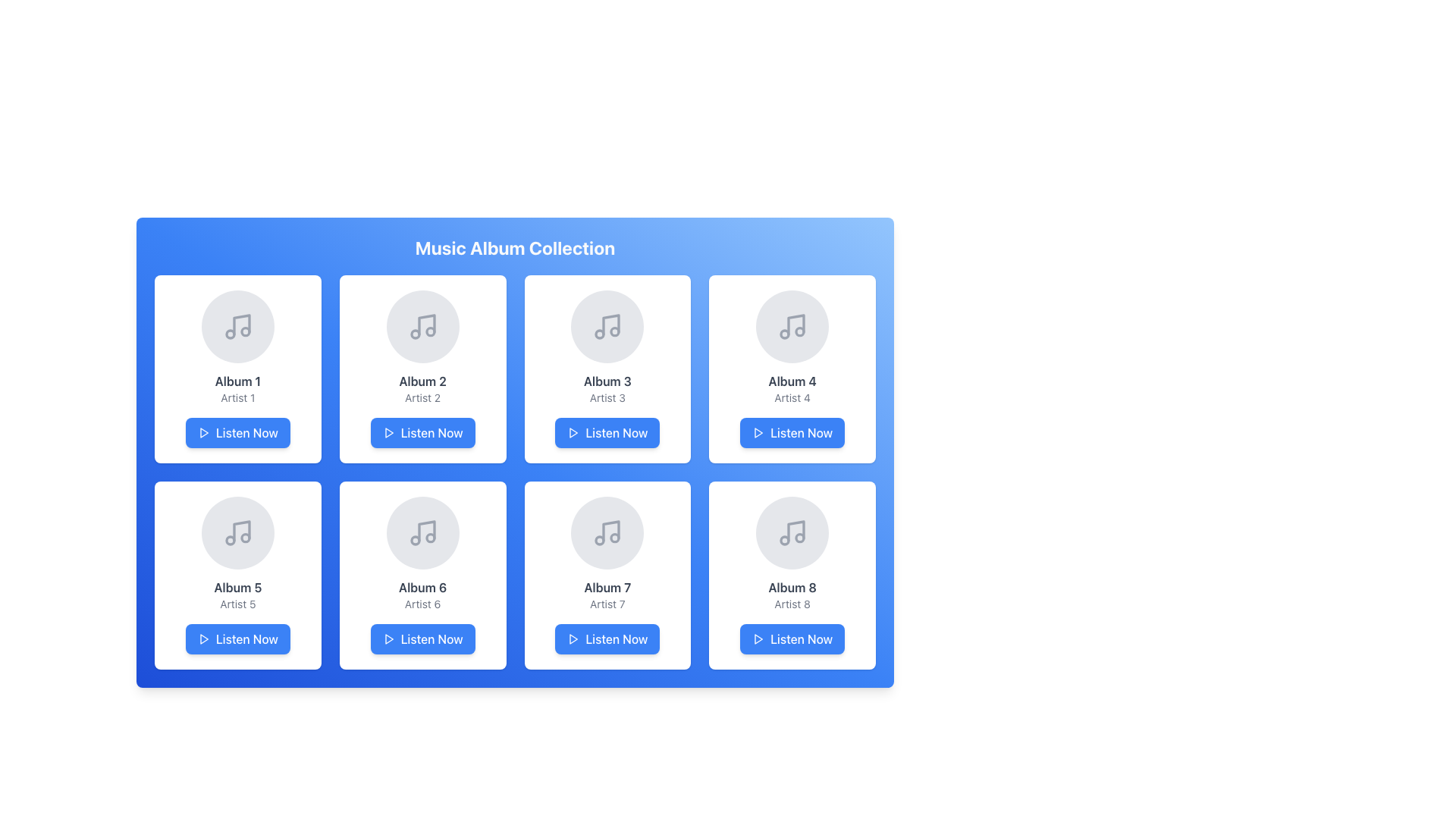 This screenshot has height=819, width=1456. What do you see at coordinates (237, 326) in the screenshot?
I see `the small gray musical note icon located in the top-left corner of the first album card titled 'Album 1' by 'Artist 1'` at bounding box center [237, 326].